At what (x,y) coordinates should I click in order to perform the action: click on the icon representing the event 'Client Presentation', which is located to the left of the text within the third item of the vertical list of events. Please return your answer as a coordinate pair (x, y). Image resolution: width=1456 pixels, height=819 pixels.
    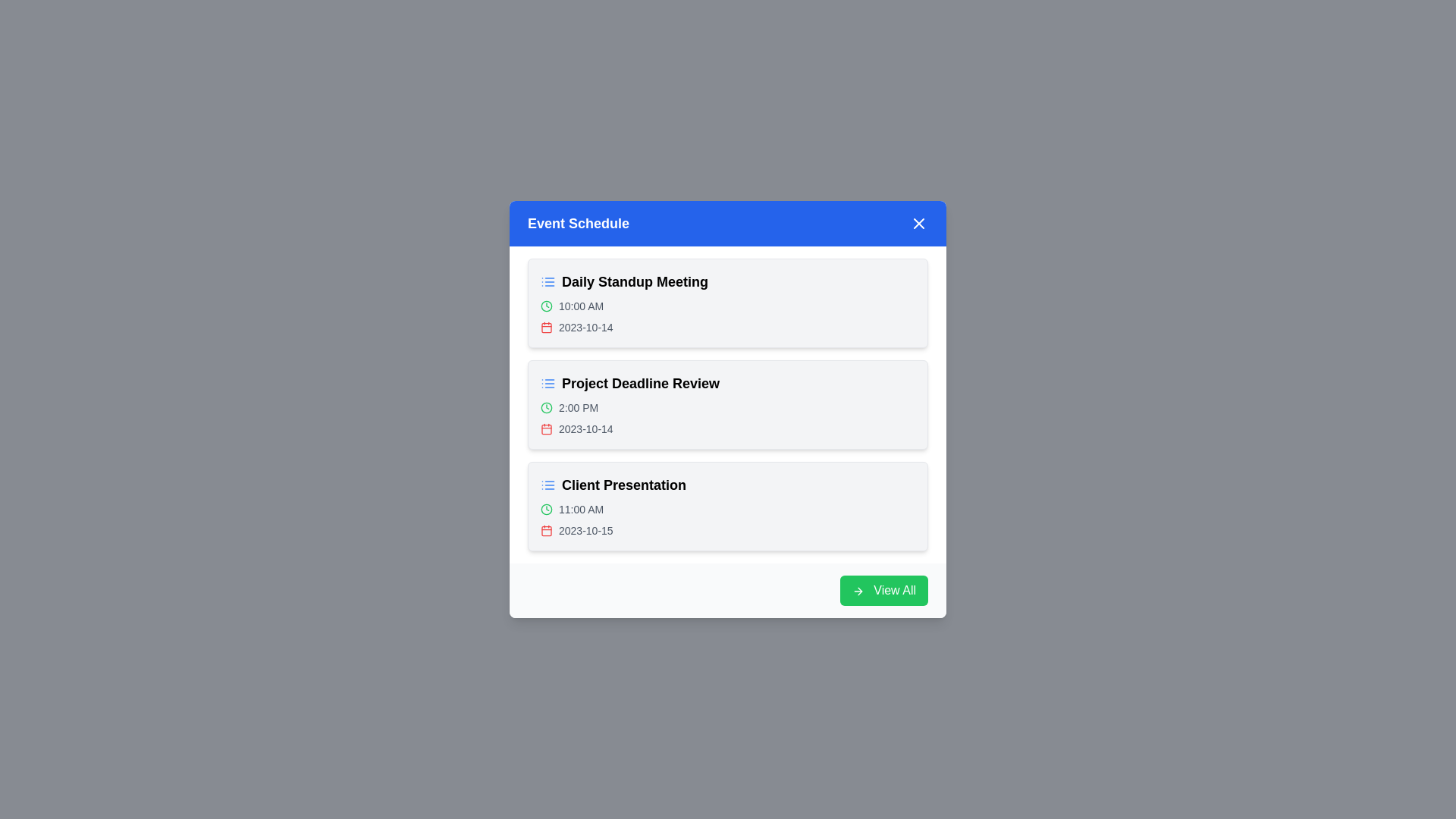
    Looking at the image, I should click on (548, 485).